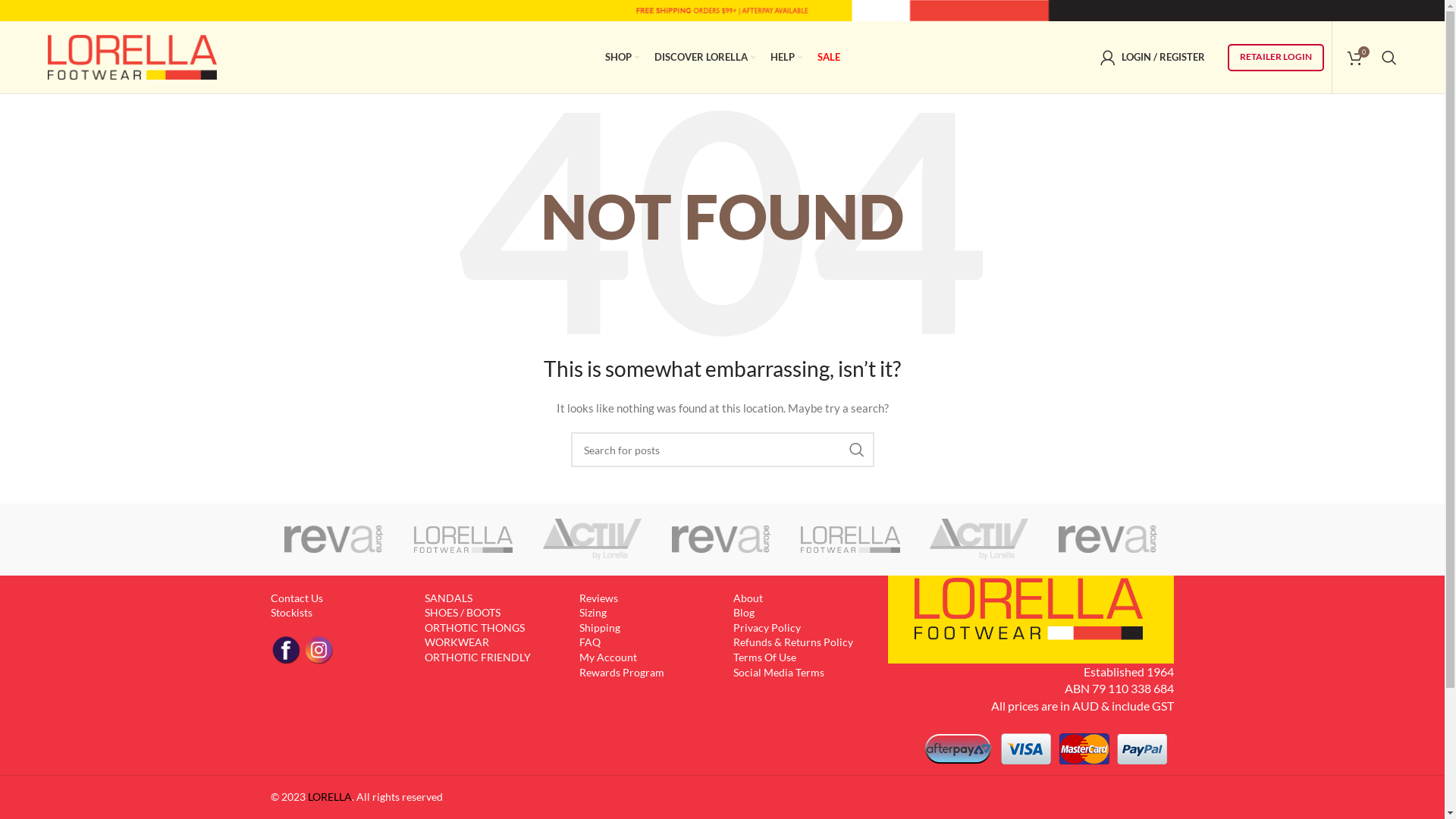  I want to click on 'Stockists', so click(290, 611).